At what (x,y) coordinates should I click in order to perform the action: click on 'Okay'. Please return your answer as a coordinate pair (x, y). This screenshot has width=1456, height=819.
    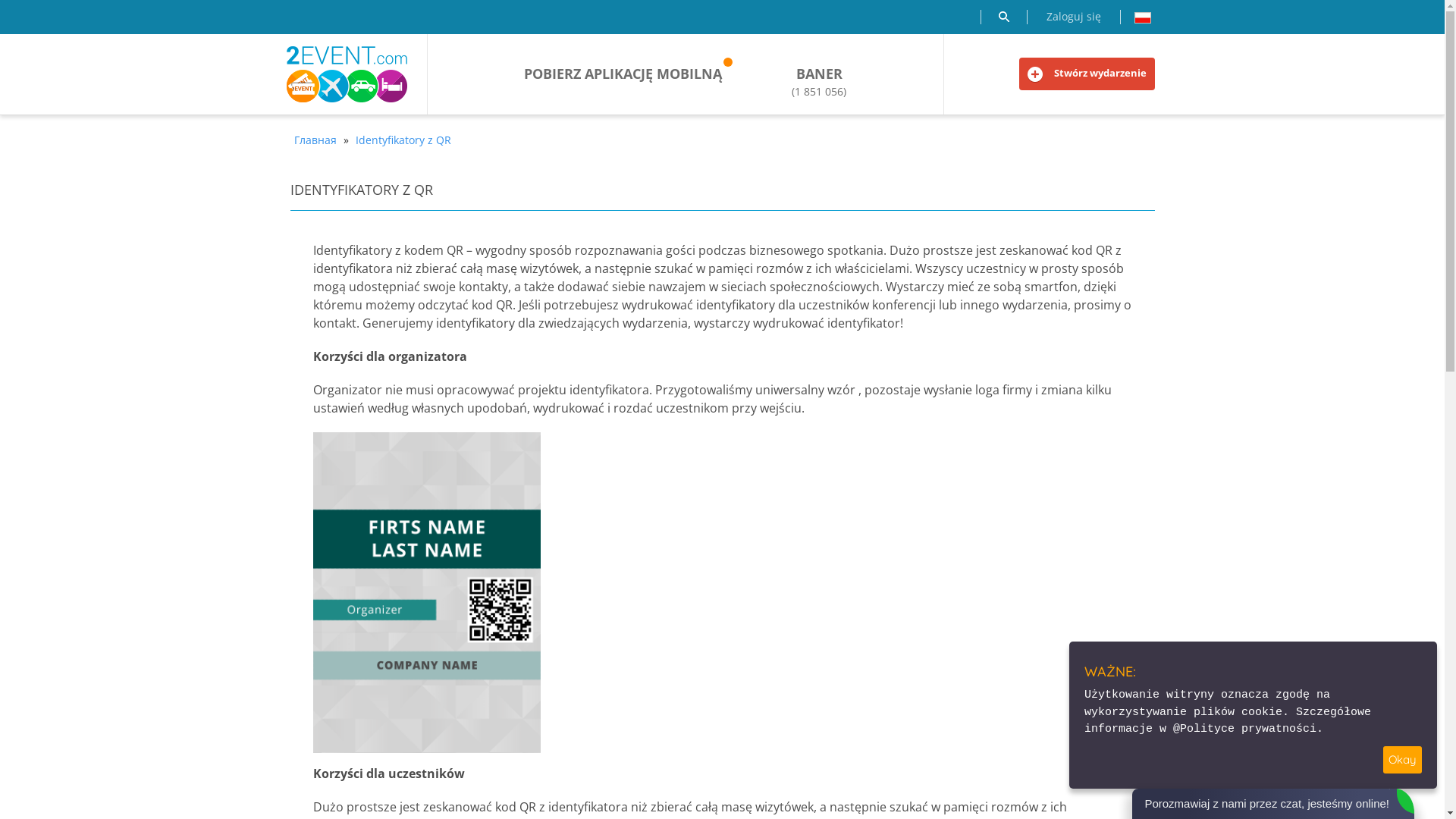
    Looking at the image, I should click on (1401, 760).